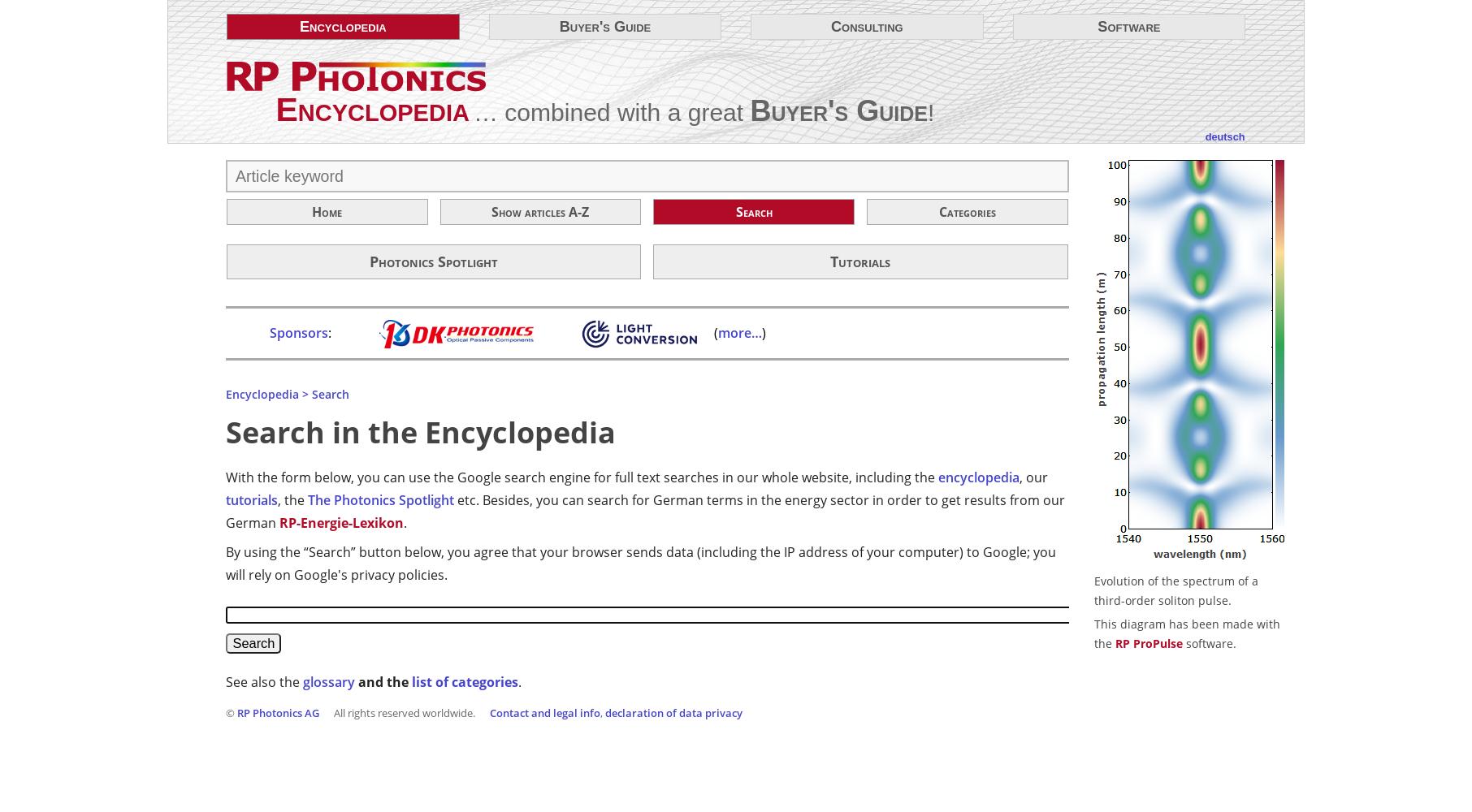 The image size is (1472, 812). What do you see at coordinates (225, 475) in the screenshot?
I see `'With the form below, you can use the Google search engine for full text searches in our whole website, including the'` at bounding box center [225, 475].